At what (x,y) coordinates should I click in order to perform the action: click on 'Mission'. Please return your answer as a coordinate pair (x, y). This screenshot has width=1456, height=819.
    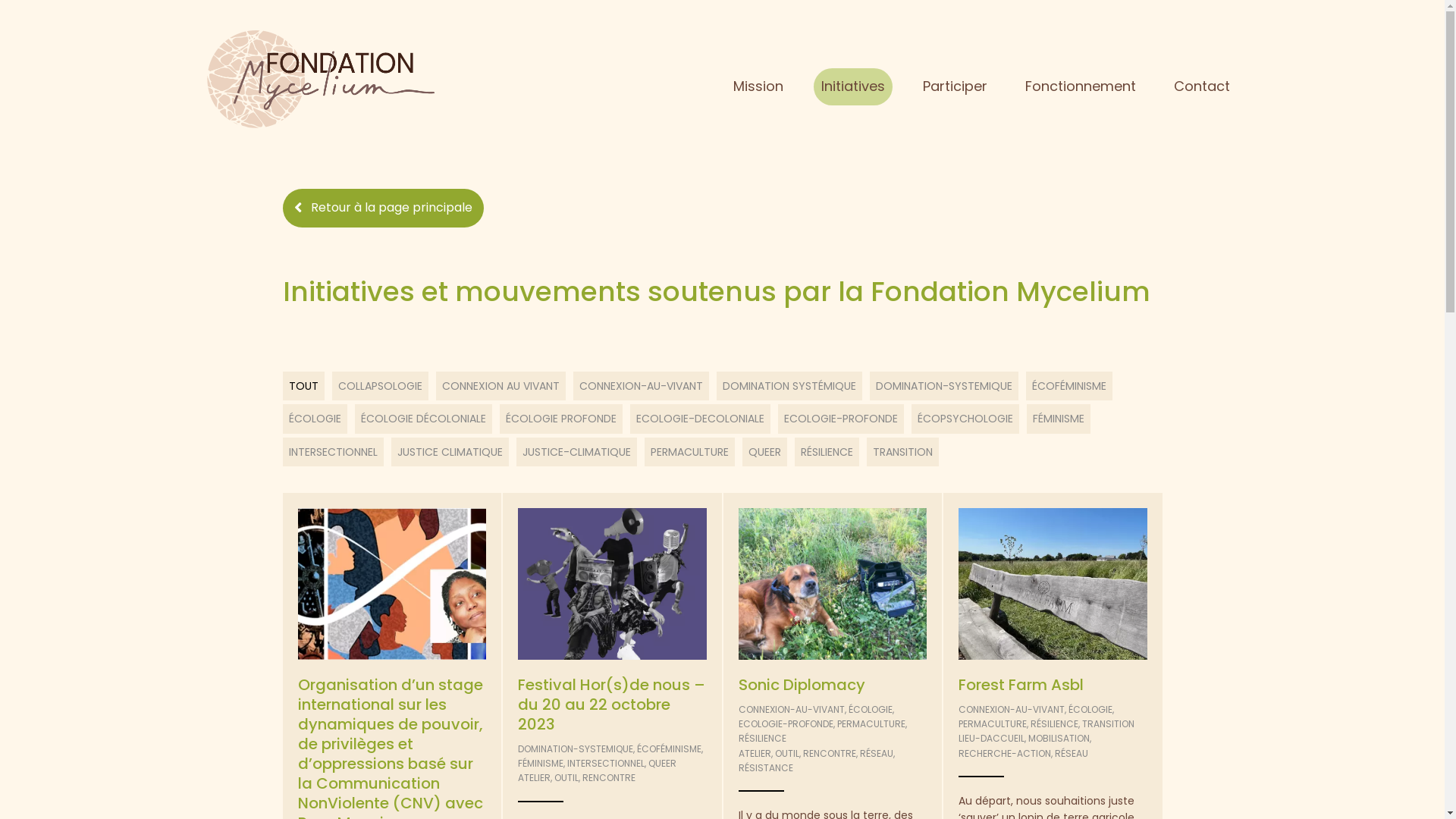
    Looking at the image, I should click on (758, 86).